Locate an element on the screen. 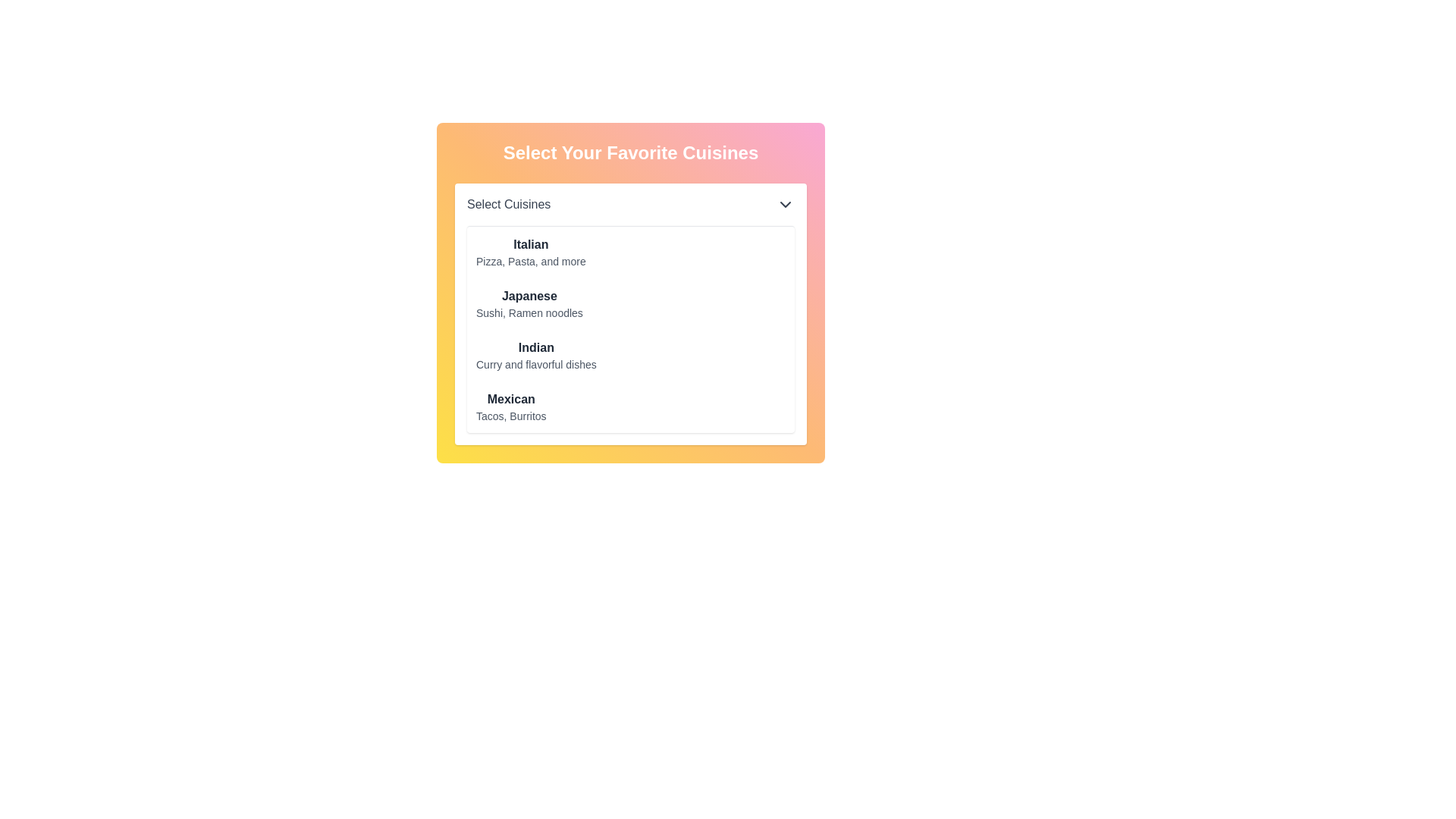 The height and width of the screenshot is (819, 1456). the selectable list item for 'Japanese' cuisine, which is the second option in the list is located at coordinates (630, 293).